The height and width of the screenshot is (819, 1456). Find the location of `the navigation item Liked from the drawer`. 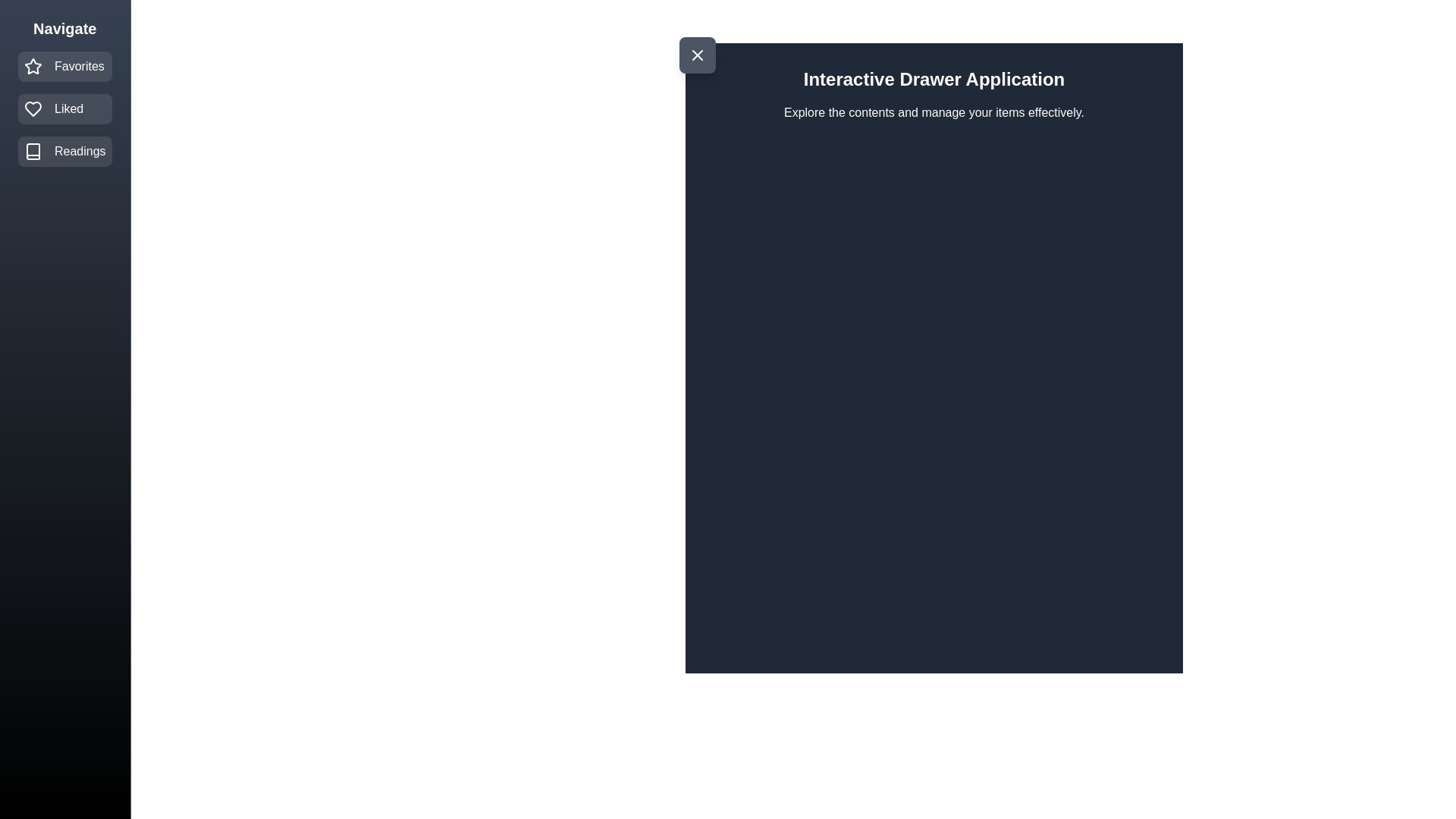

the navigation item Liked from the drawer is located at coordinates (64, 108).